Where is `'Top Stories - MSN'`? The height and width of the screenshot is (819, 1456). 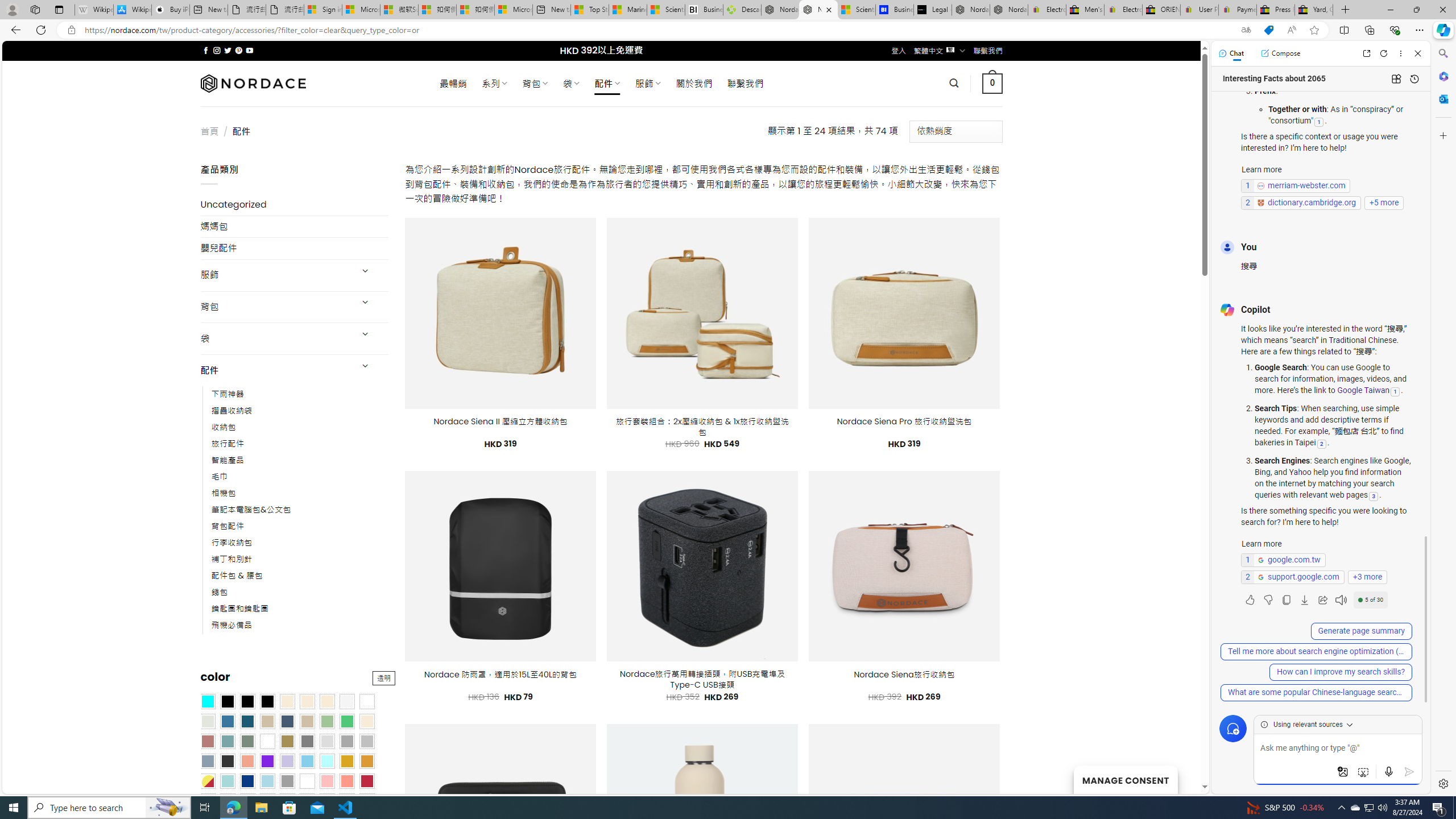 'Top Stories - MSN' is located at coordinates (589, 9).